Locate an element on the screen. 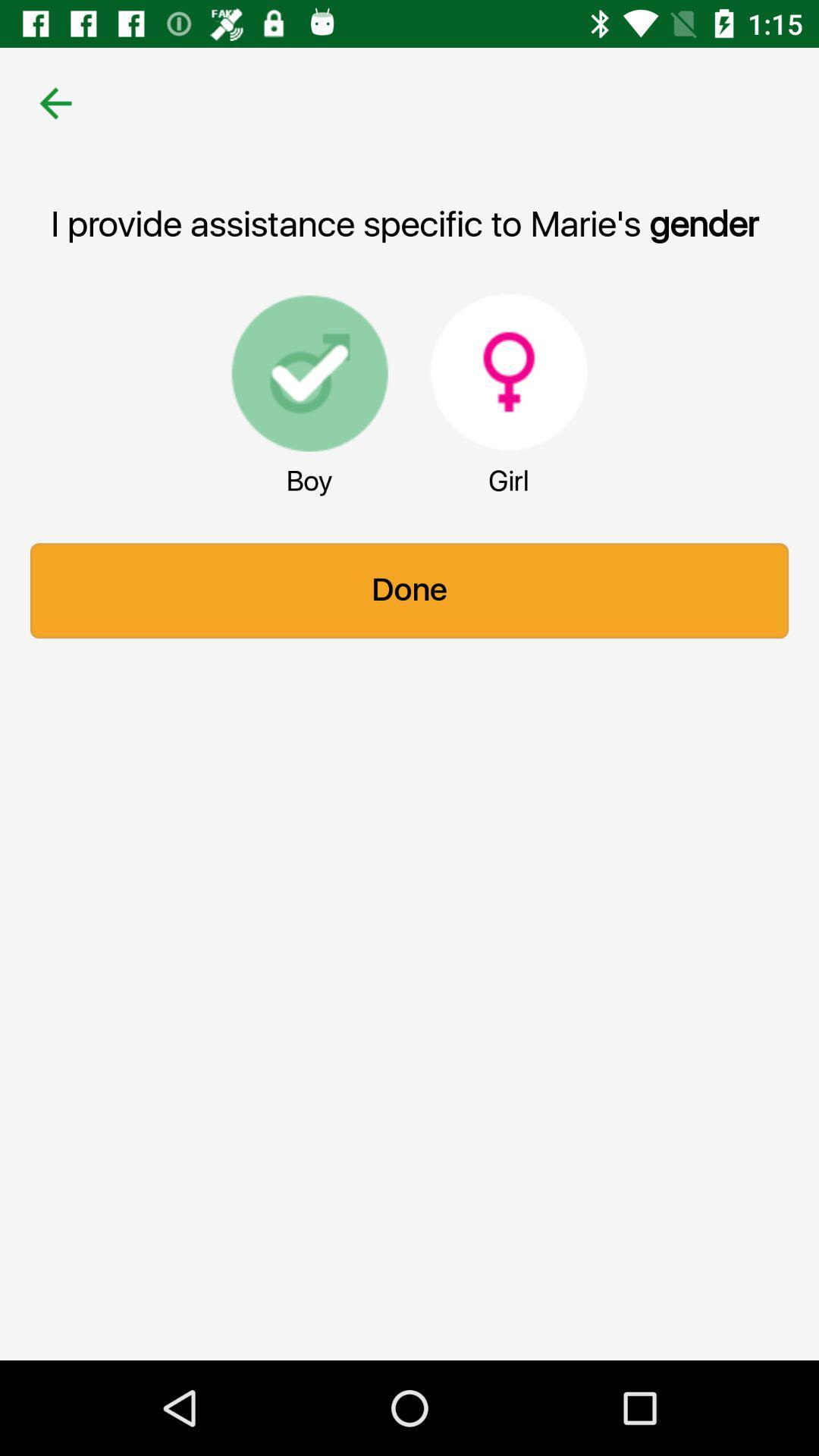  the item at the center is located at coordinates (409, 590).